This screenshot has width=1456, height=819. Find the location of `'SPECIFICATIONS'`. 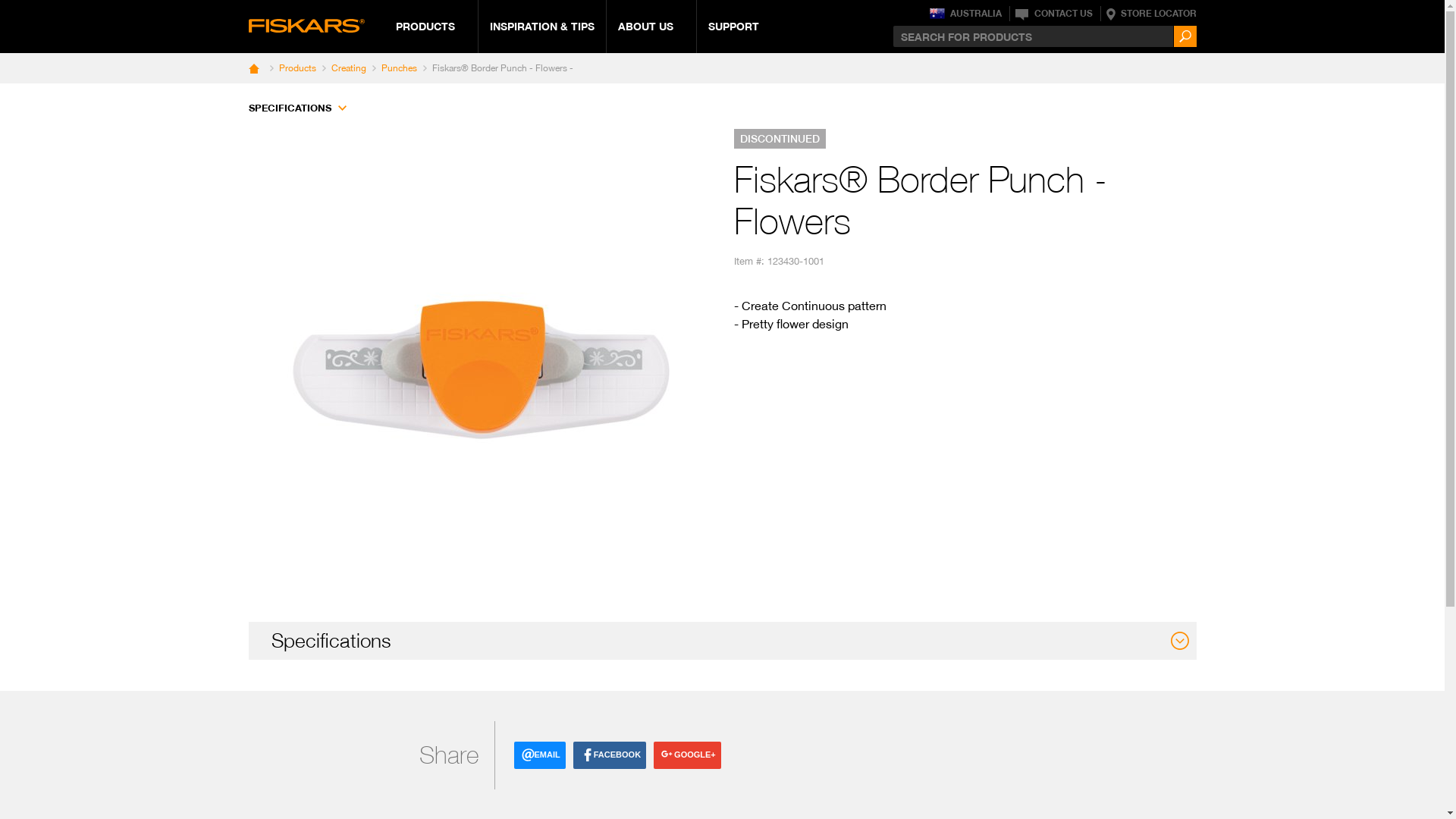

'SPECIFICATIONS' is located at coordinates (248, 107).